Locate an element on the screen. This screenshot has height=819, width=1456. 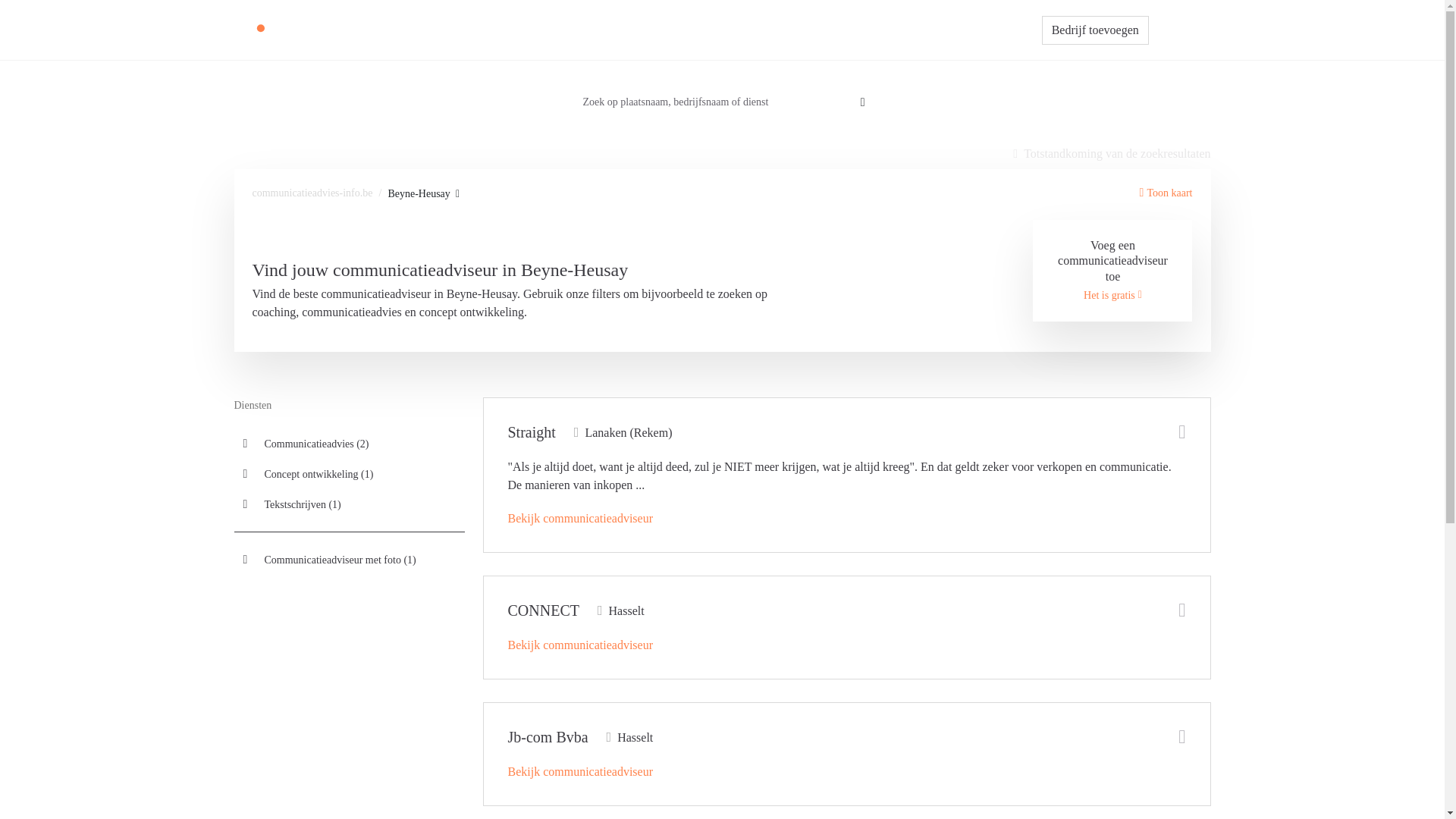
'Communicatieadviseur met foto (1)' is located at coordinates (348, 559).